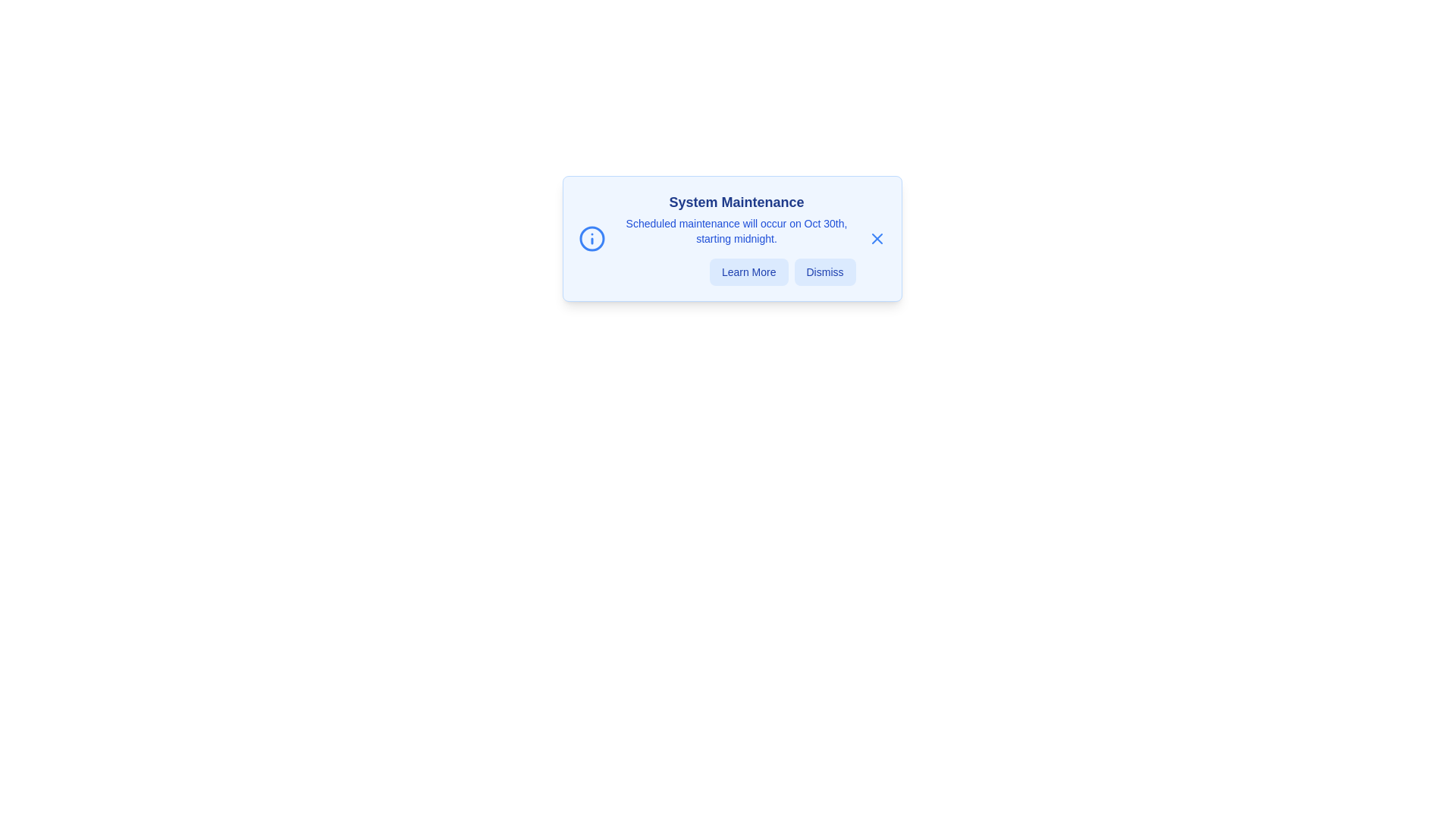 The height and width of the screenshot is (819, 1456). What do you see at coordinates (736, 231) in the screenshot?
I see `the text block styled in a smaller blue font, which reads 'Scheduled maintenance will occur on Oct 30th, starting midnight.', located below the title 'System Maintenance'` at bounding box center [736, 231].